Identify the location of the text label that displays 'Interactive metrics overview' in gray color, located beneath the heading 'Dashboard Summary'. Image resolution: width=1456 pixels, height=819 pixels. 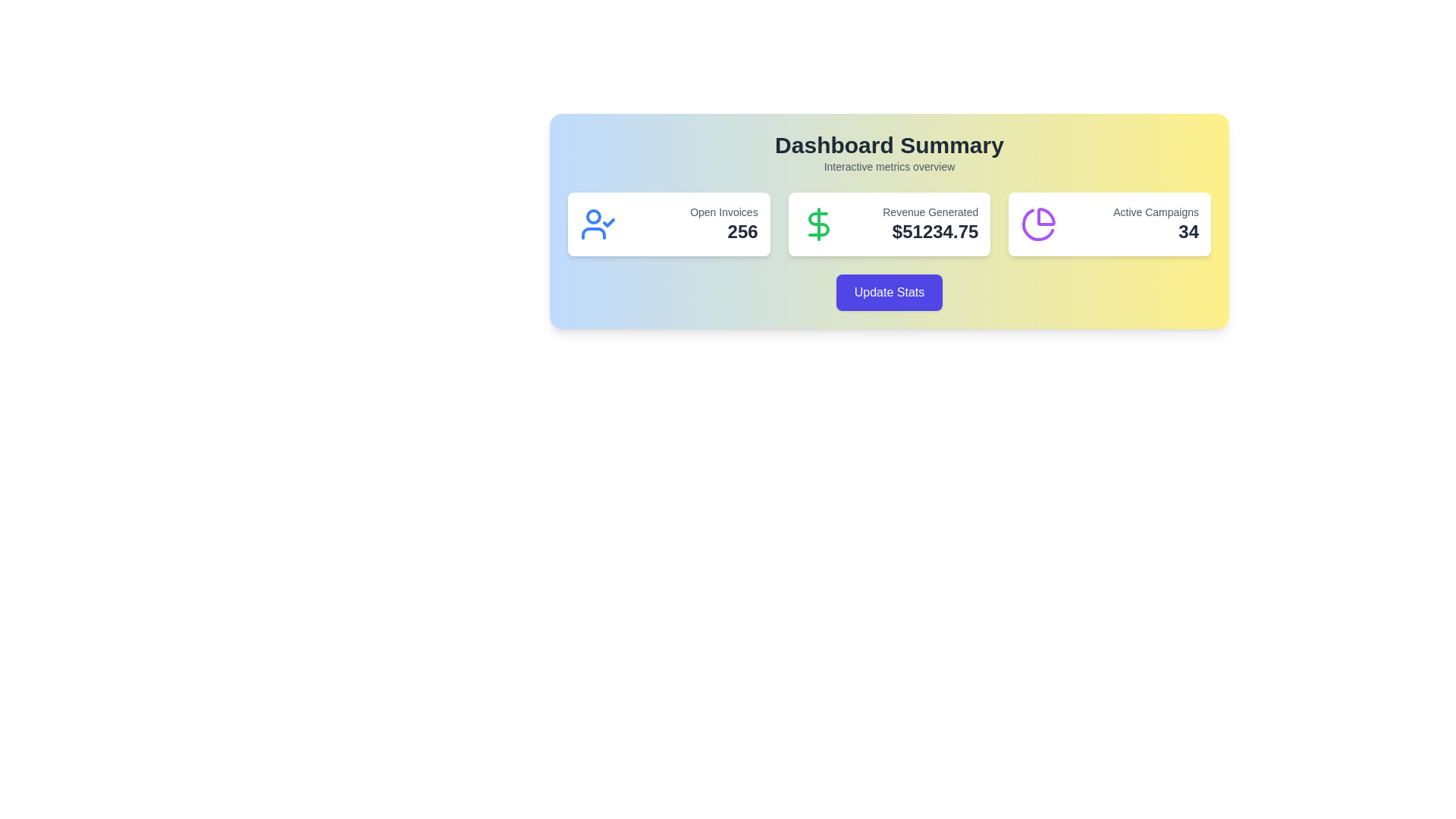
(889, 166).